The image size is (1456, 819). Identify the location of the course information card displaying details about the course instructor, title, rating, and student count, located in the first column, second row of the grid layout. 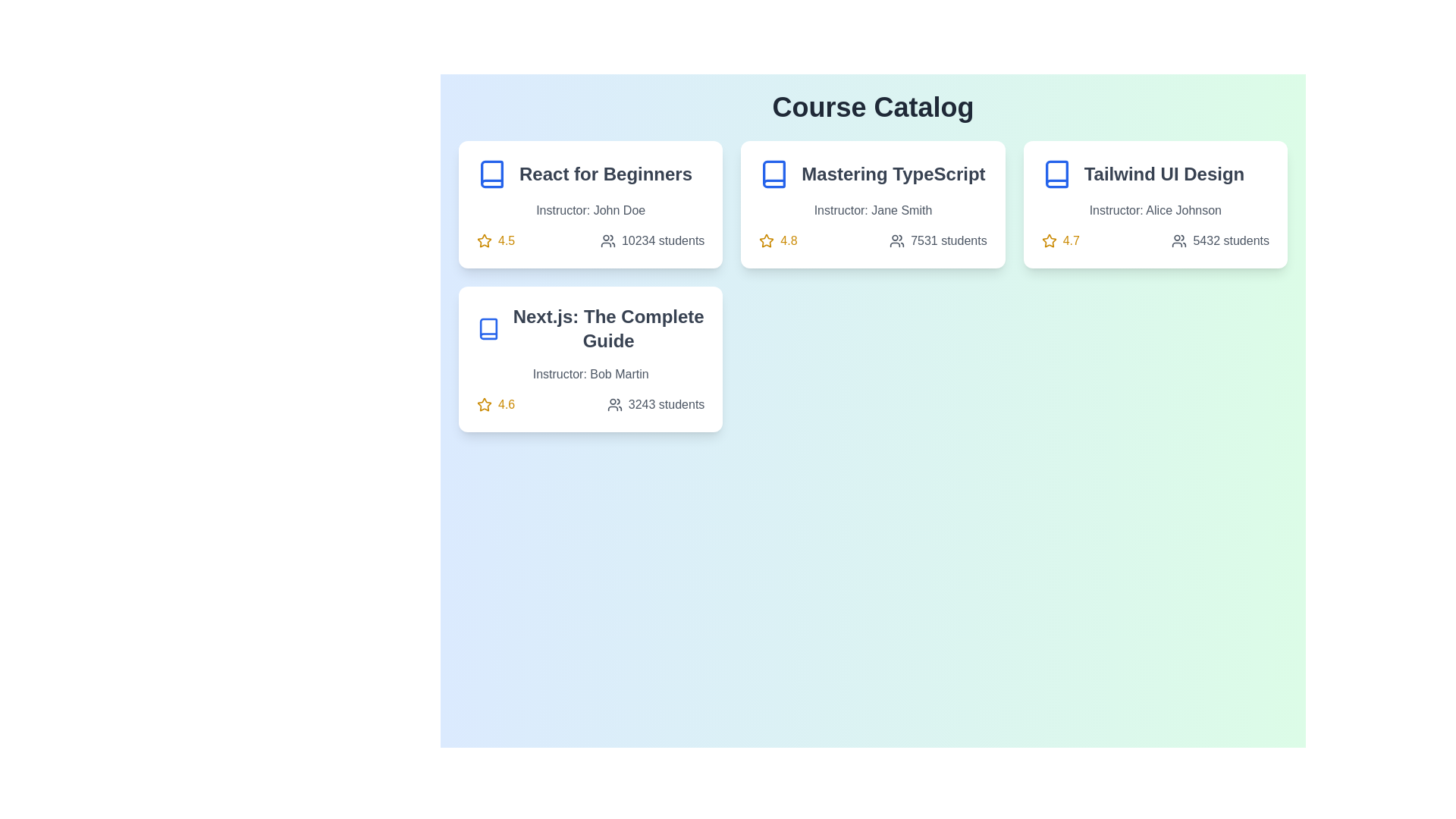
(590, 359).